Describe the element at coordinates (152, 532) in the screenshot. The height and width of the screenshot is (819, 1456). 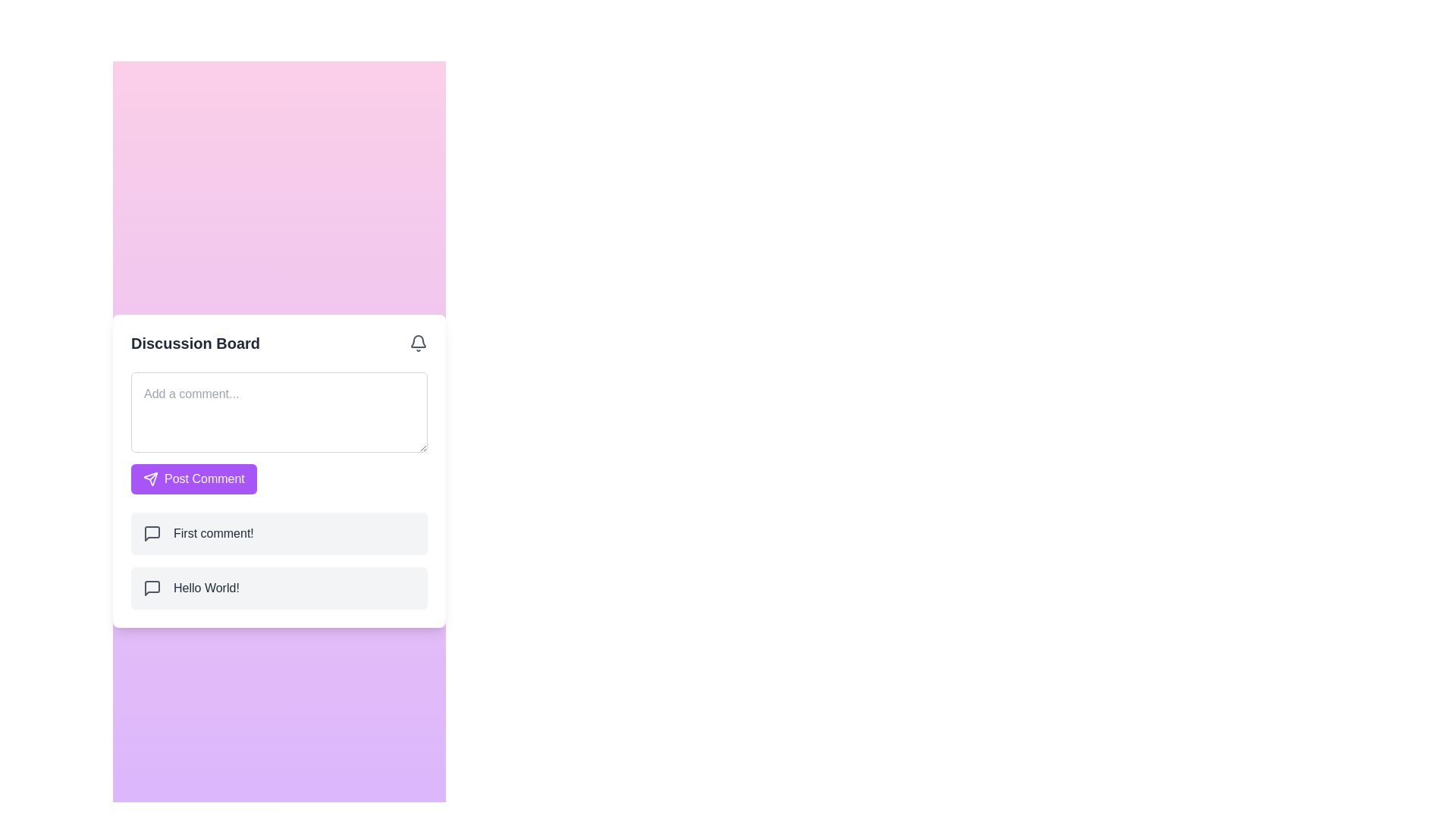
I see `the message/comment icon located to the left of the 'First comment!' text in the second comment box of the Discussion Board interface` at that location.